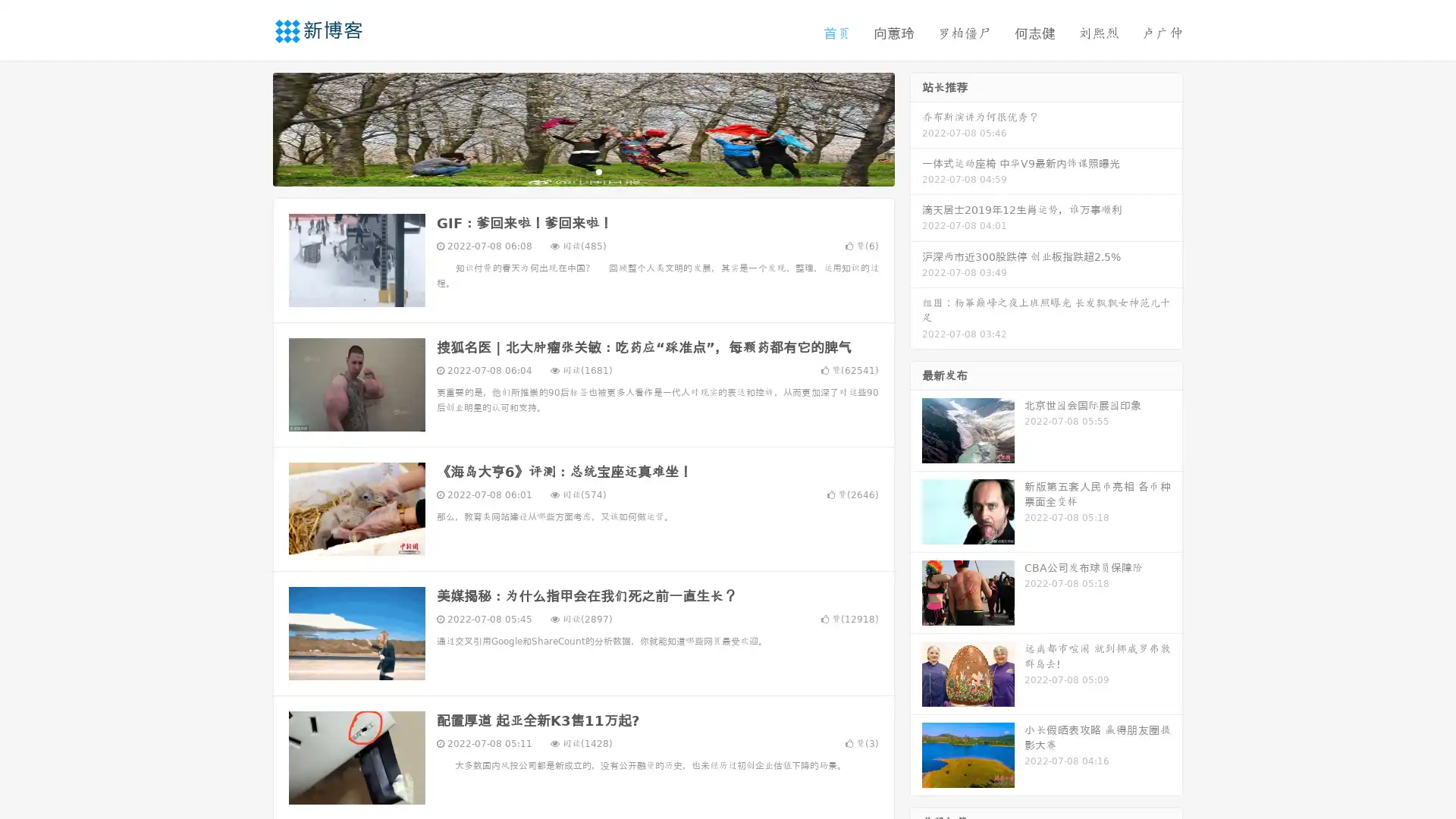 This screenshot has width=1456, height=819. Describe the element at coordinates (250, 127) in the screenshot. I see `Previous slide` at that location.